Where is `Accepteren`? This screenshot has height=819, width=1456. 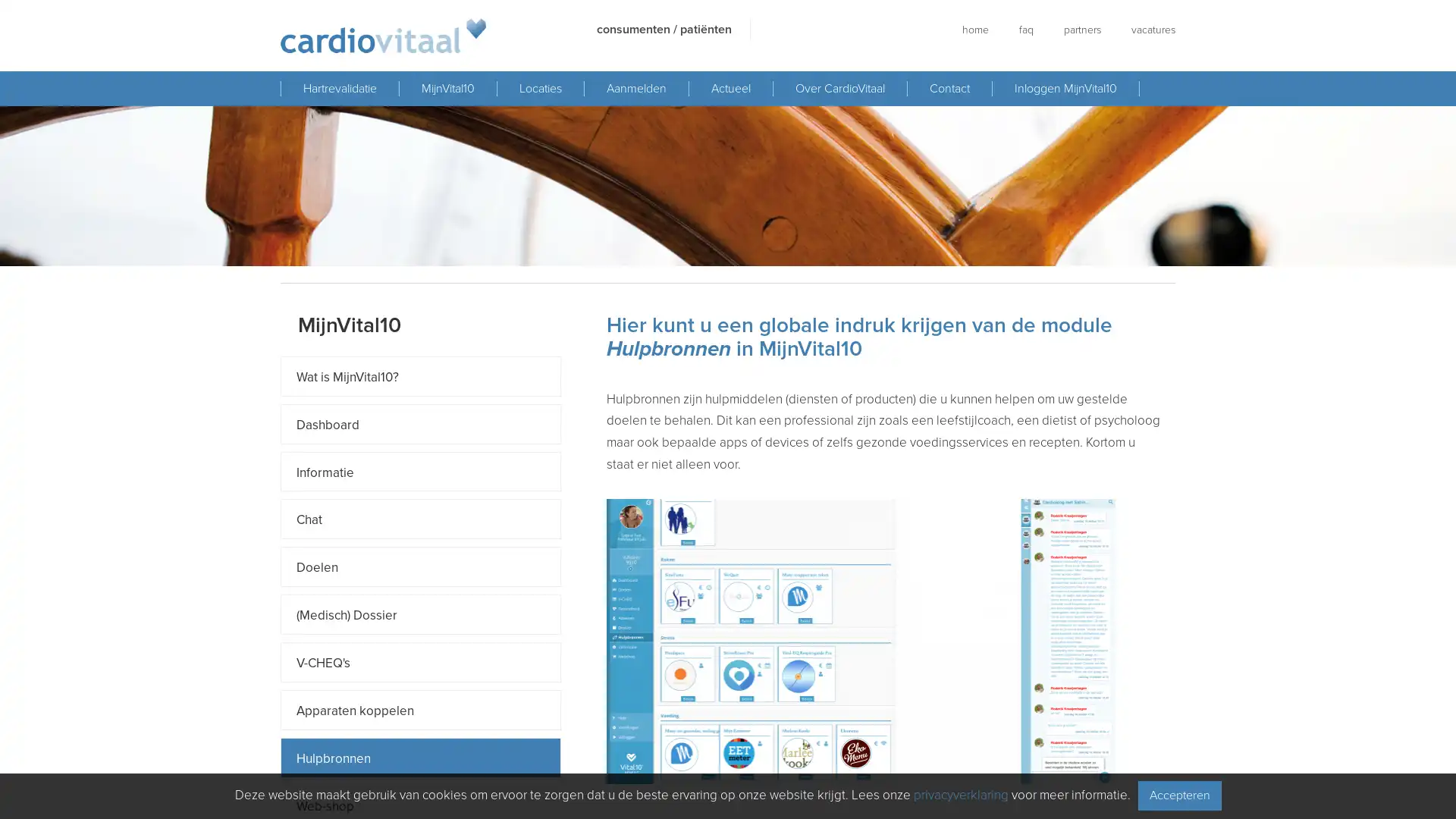 Accepteren is located at coordinates (1178, 795).